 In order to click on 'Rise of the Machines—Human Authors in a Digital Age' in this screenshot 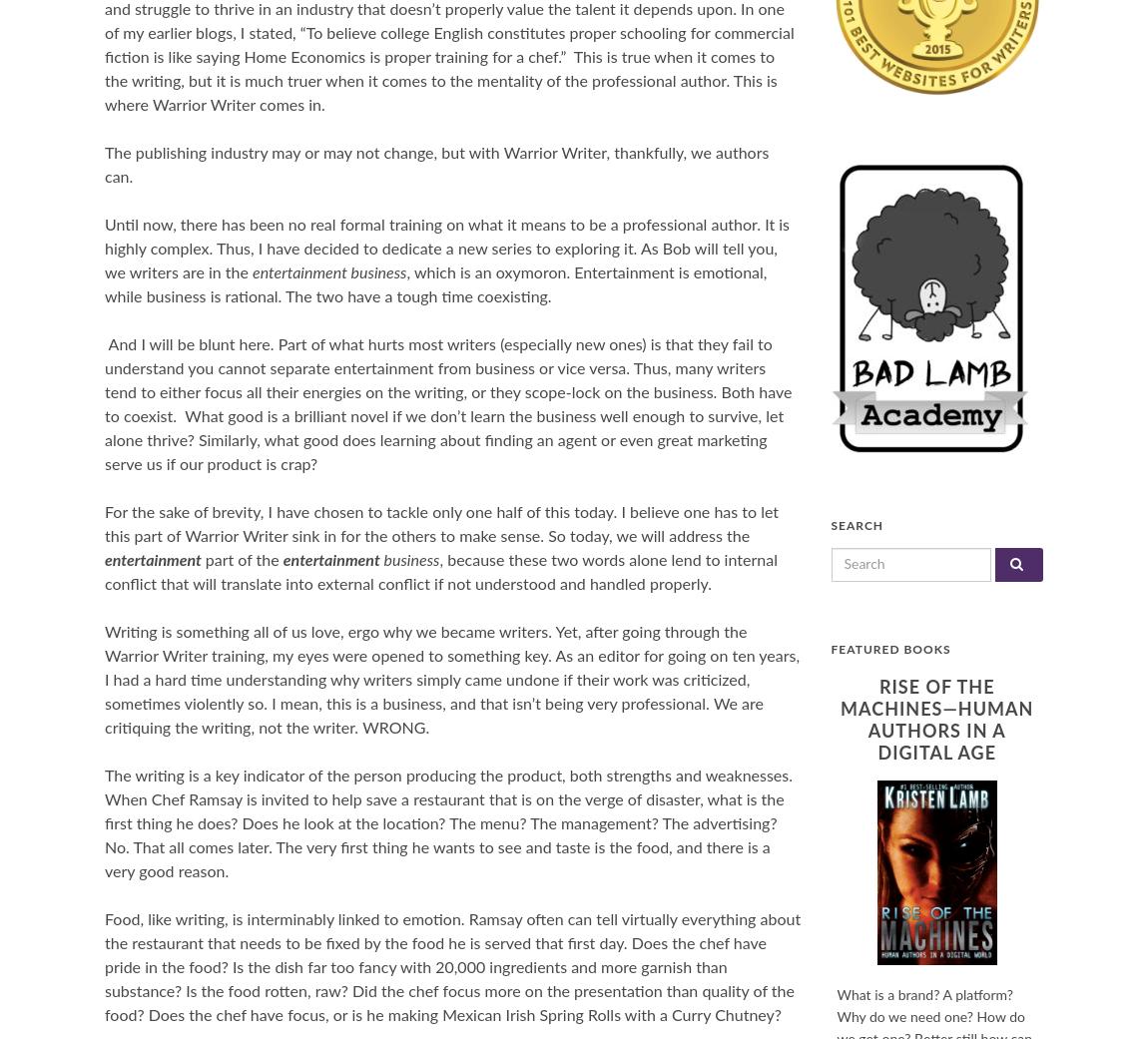, I will do `click(936, 720)`.